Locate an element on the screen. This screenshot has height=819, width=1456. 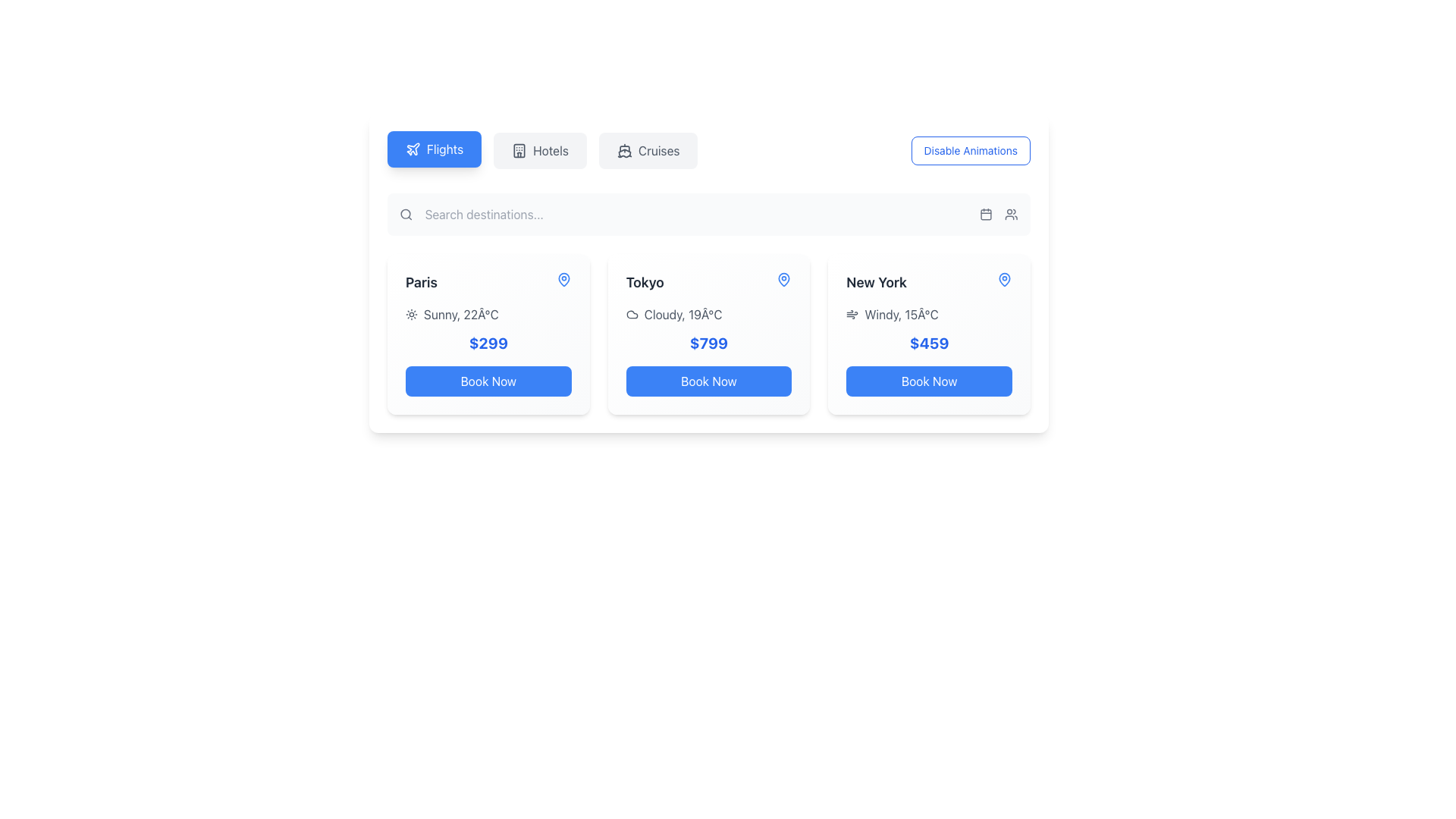
the cloud icon that represents the weather status for 'Tokyo', located before the text 'Cloudy, 19°C' is located at coordinates (632, 314).